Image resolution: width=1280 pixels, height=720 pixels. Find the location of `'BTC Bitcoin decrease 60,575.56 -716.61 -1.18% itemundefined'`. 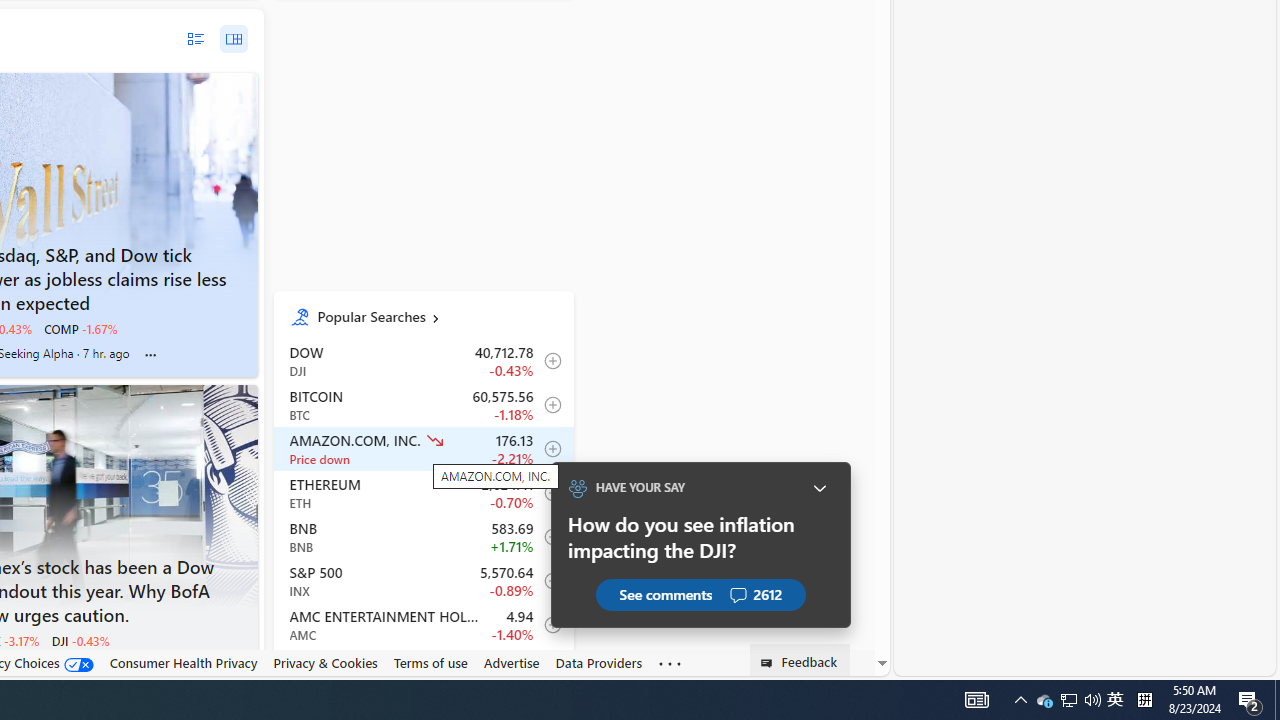

'BTC Bitcoin decrease 60,575.56 -716.61 -1.18% itemundefined' is located at coordinates (422, 405).